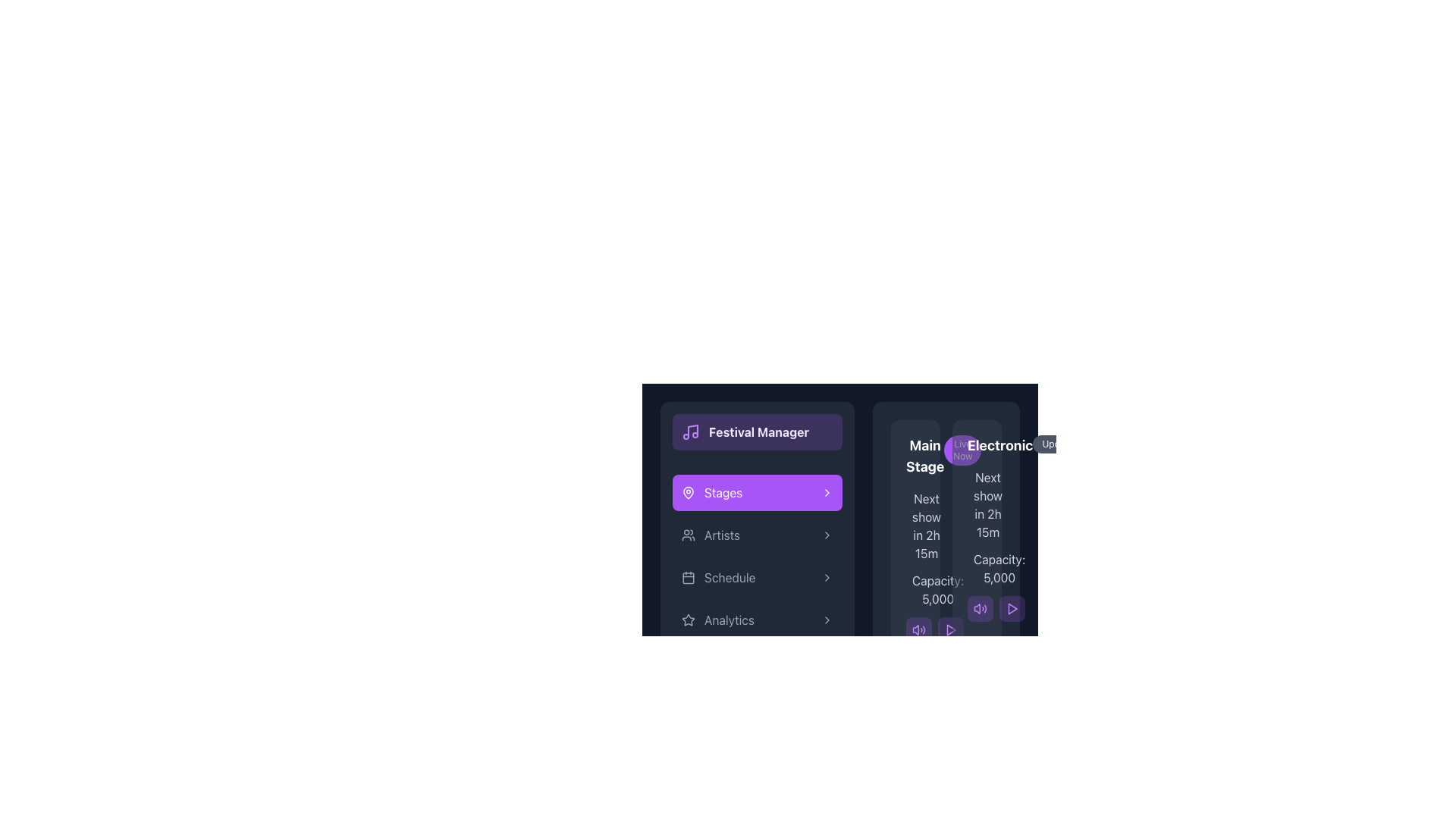  I want to click on the rightward-pointing chevron icon located at the far right of the row associated with the text 'Analytics', so click(826, 620).